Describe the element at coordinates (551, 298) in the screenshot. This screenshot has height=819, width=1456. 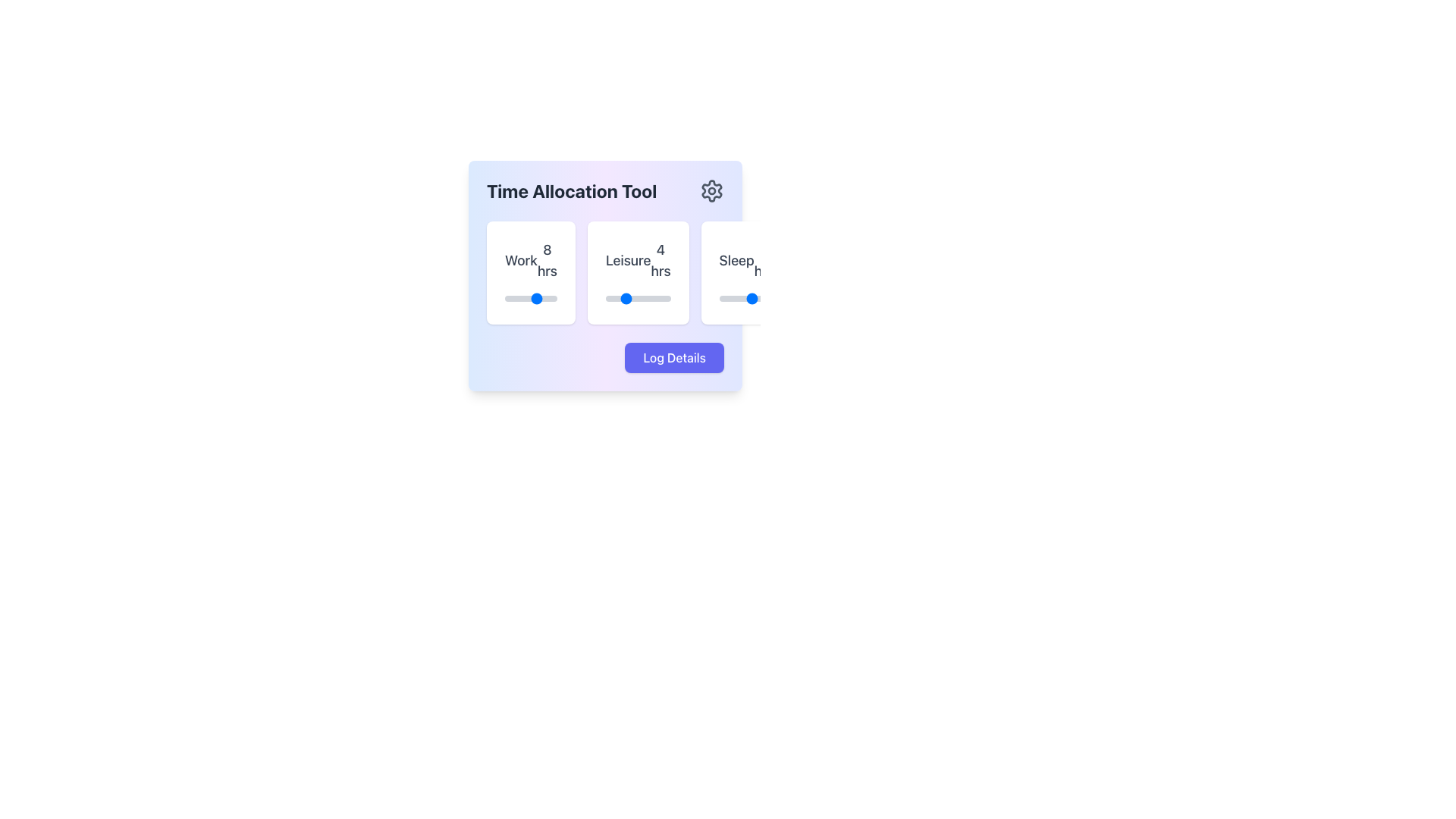
I see `work hours` at that location.